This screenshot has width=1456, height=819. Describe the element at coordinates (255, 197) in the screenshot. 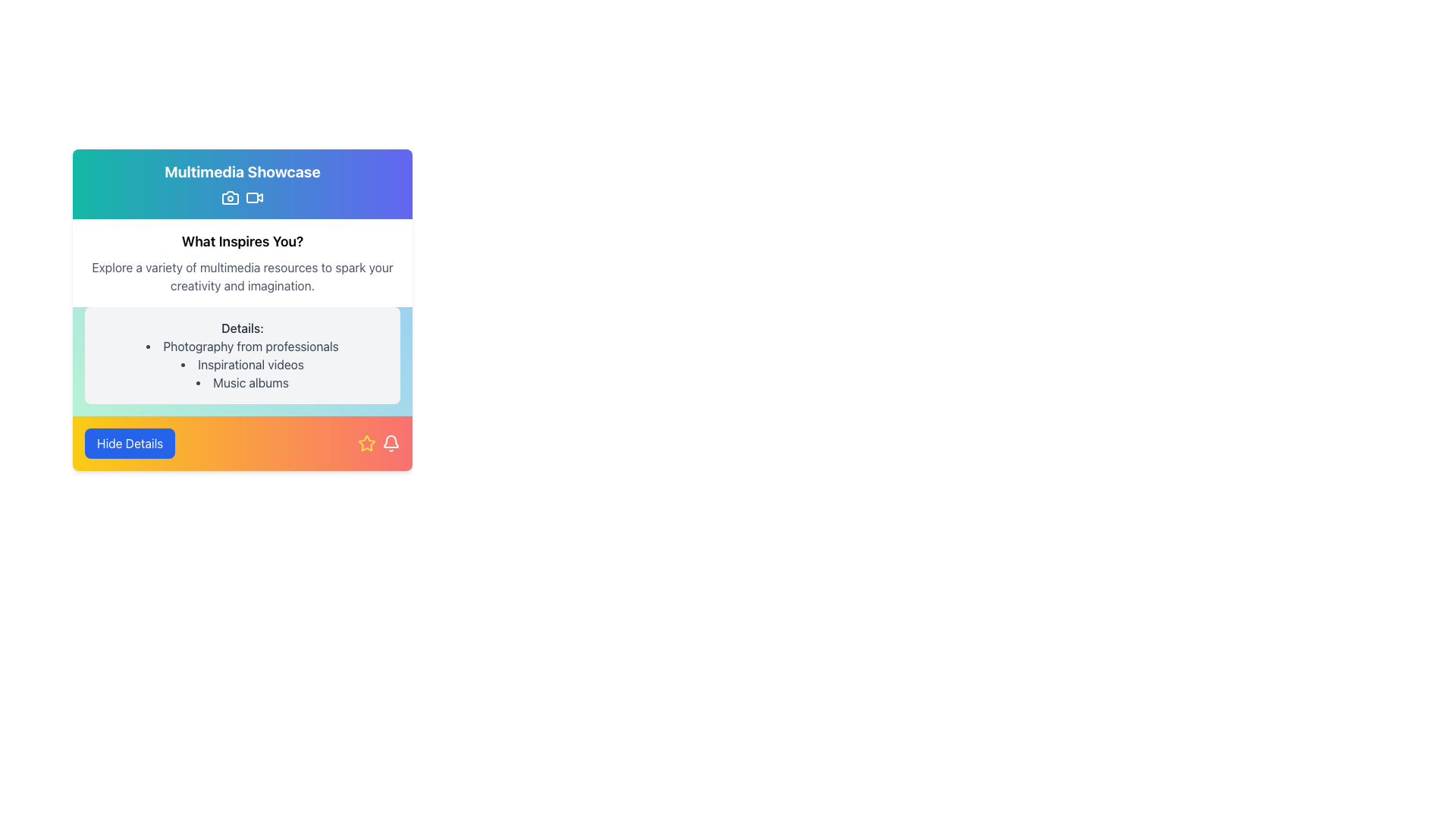

I see `the video icon button located under the 'Multimedia Showcase' heading` at that location.